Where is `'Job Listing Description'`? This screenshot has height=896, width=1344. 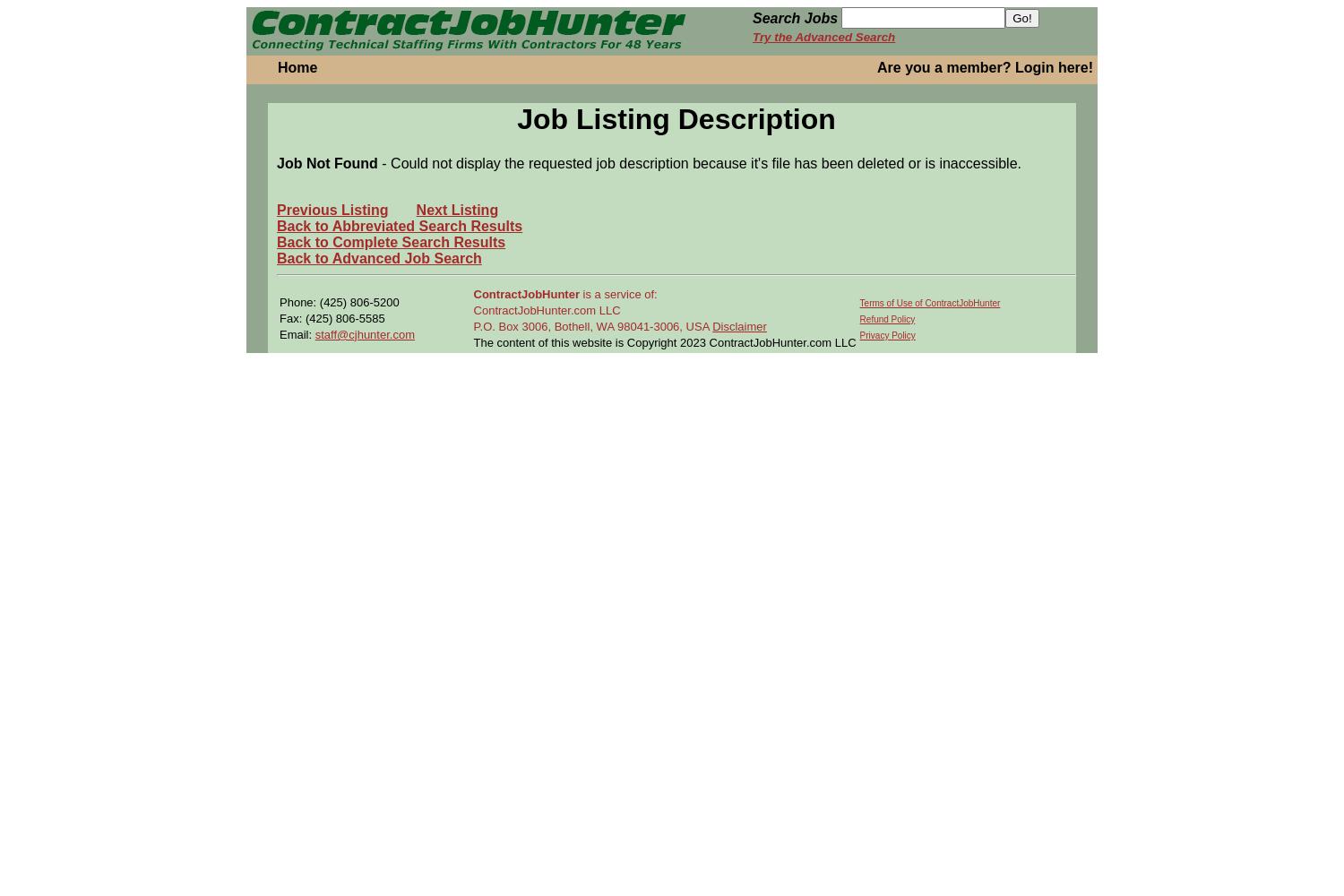 'Job Listing Description' is located at coordinates (676, 119).